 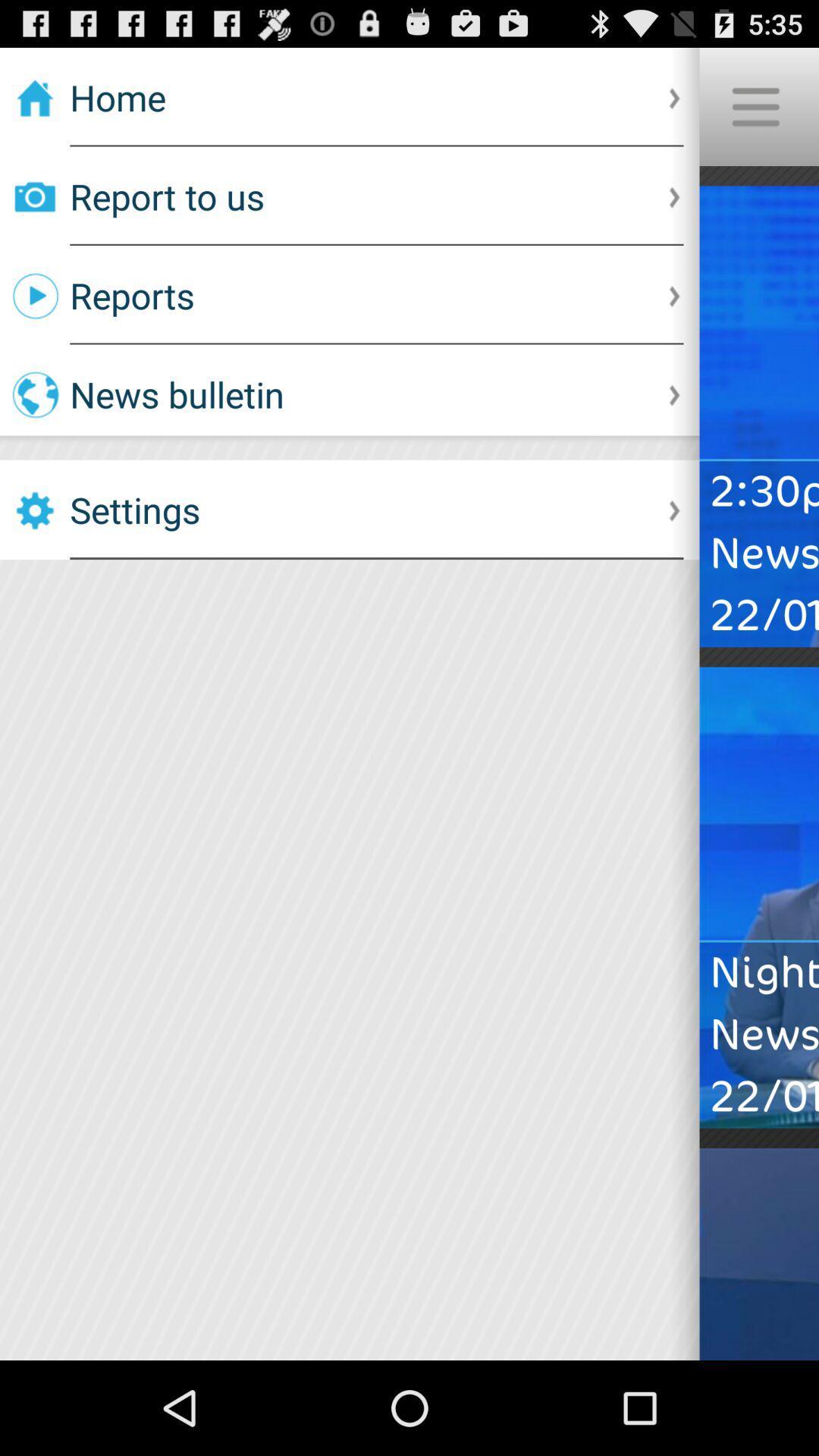 I want to click on the menu icon, so click(x=755, y=113).